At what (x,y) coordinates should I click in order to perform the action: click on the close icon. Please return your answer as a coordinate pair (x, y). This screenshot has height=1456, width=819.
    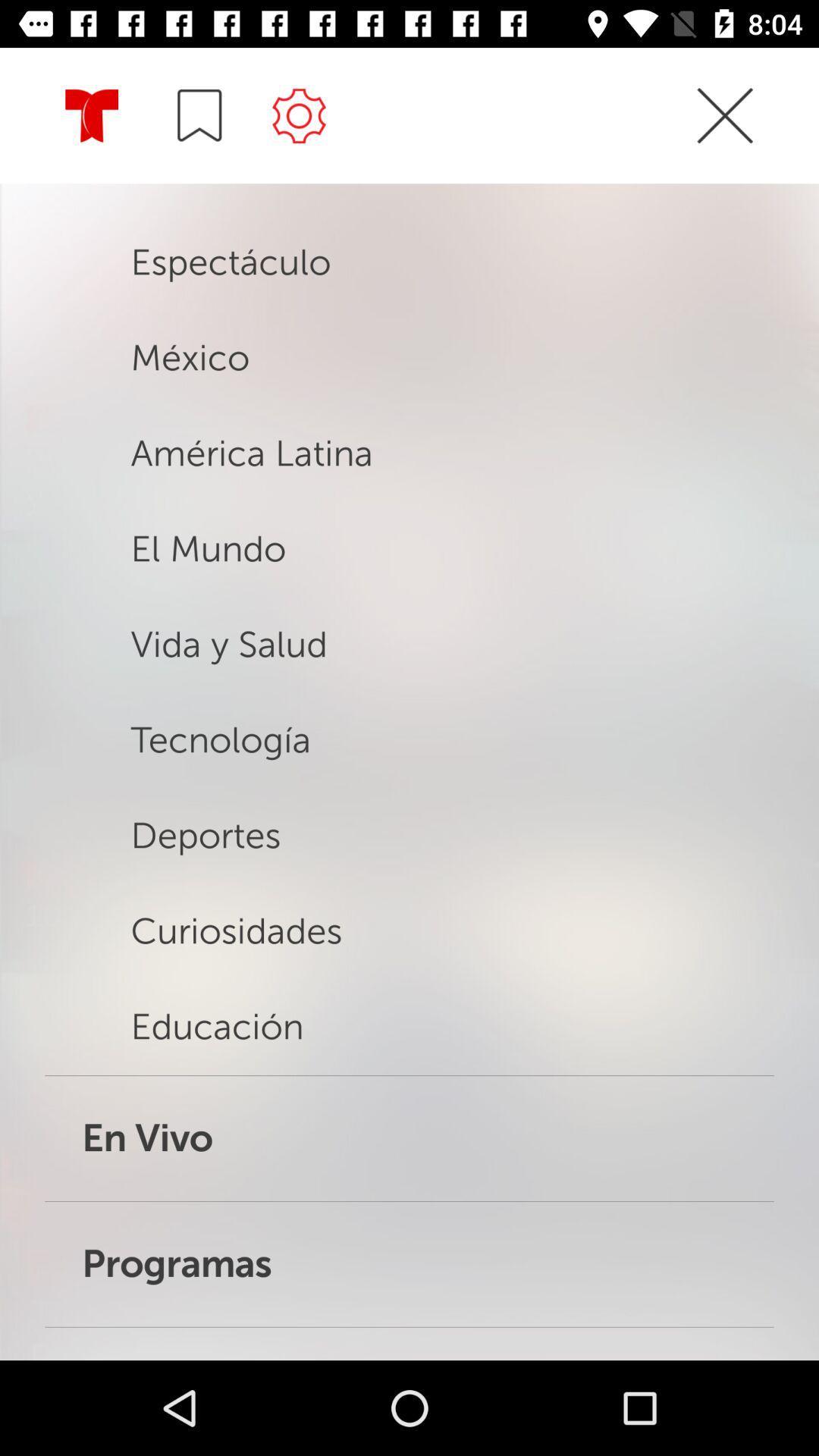
    Looking at the image, I should click on (724, 143).